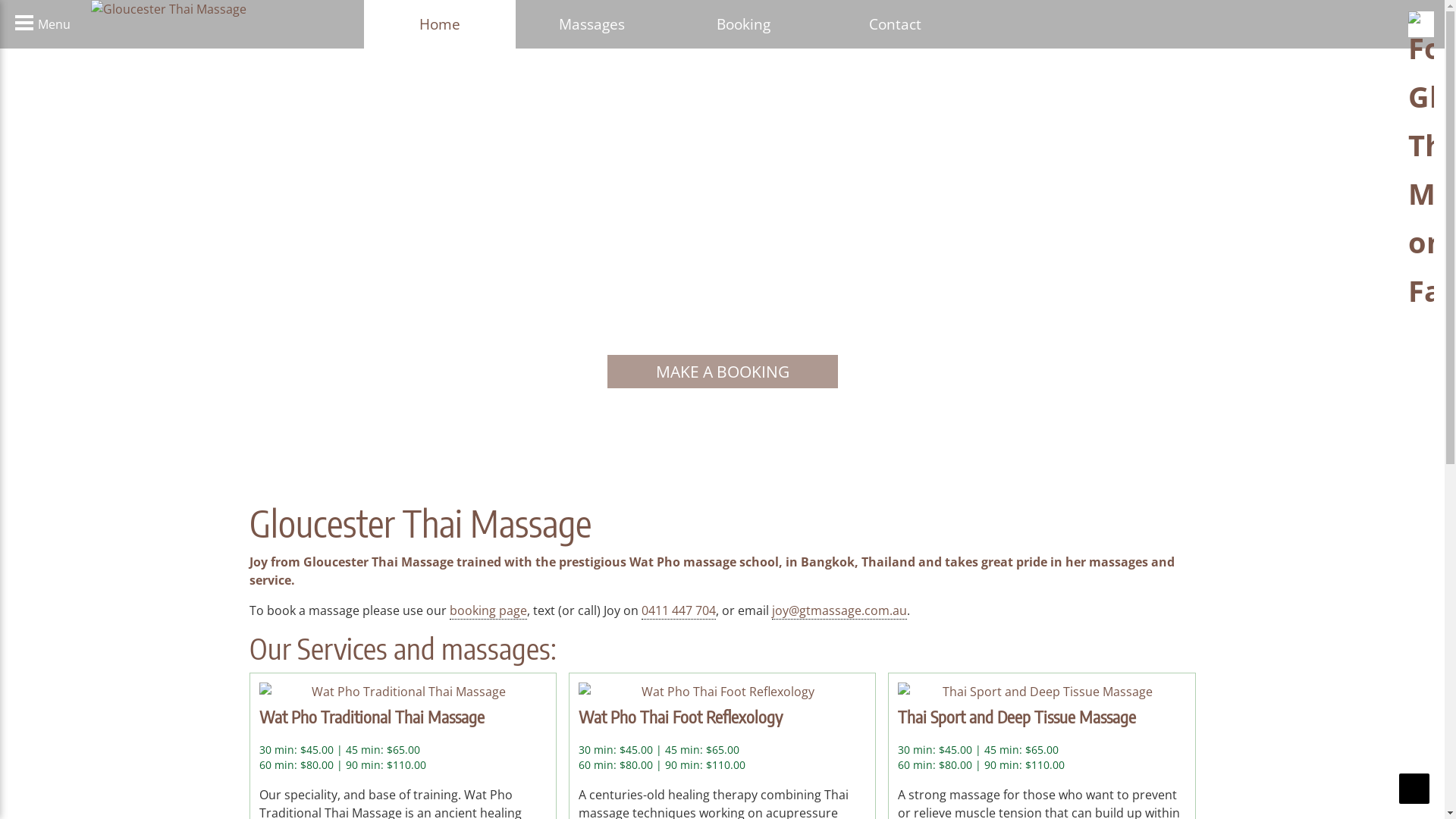  What do you see at coordinates (742, 24) in the screenshot?
I see `'Booking'` at bounding box center [742, 24].